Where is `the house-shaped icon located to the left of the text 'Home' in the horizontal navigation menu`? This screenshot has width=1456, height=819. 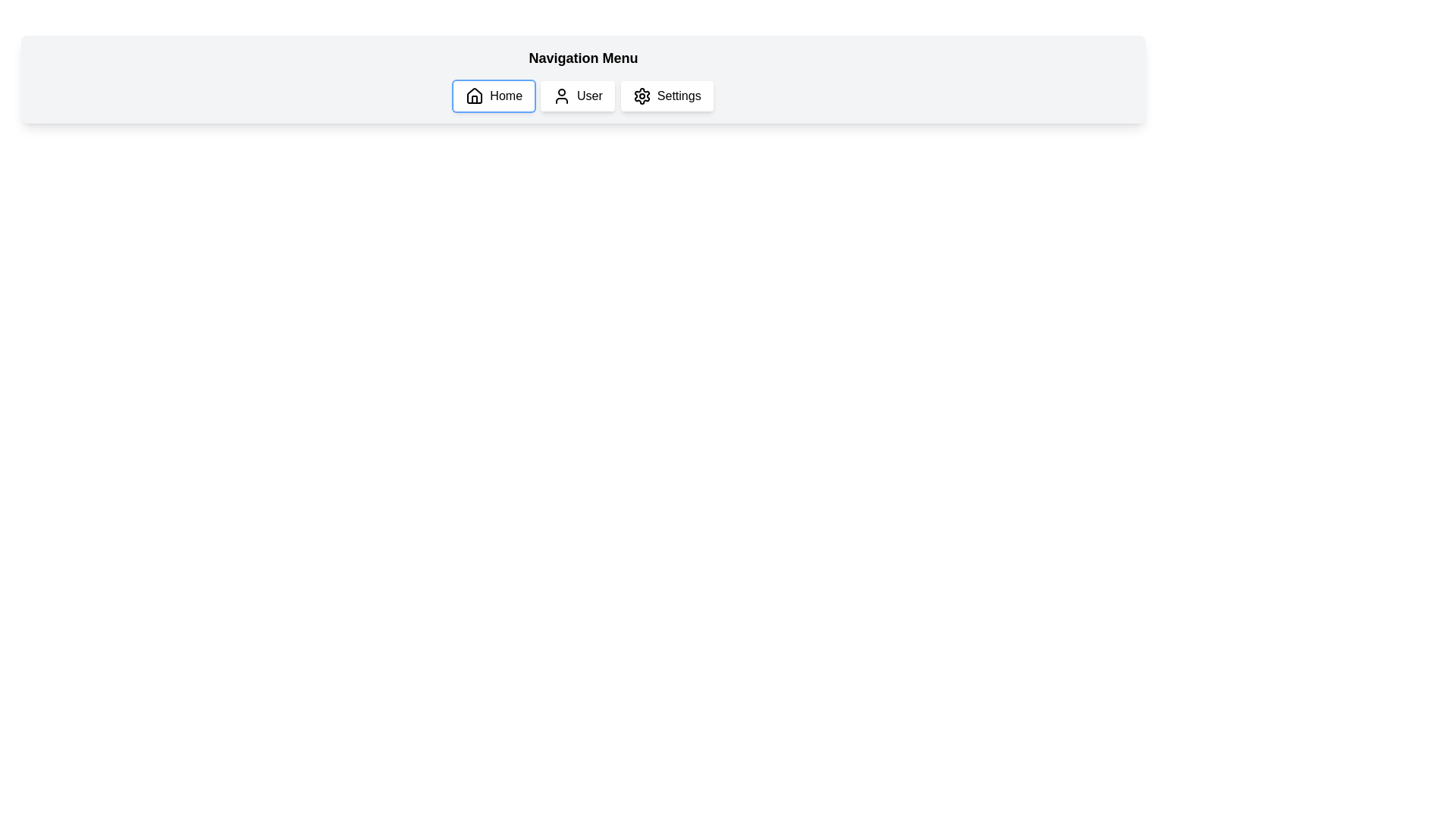 the house-shaped icon located to the left of the text 'Home' in the horizontal navigation menu is located at coordinates (474, 96).